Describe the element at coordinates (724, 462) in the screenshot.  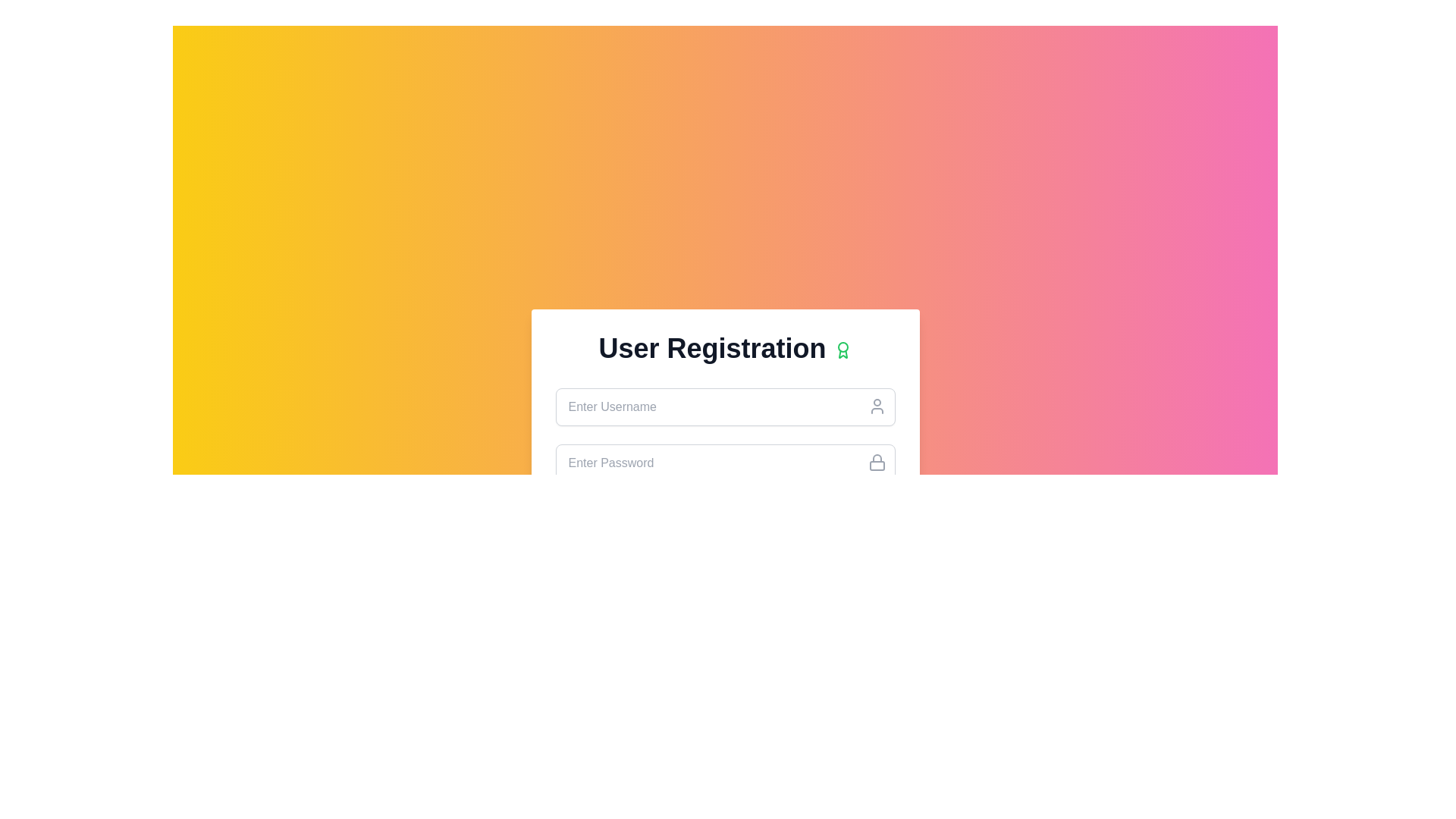
I see `the password input field located centrally under the 'User Registration' form` at that location.